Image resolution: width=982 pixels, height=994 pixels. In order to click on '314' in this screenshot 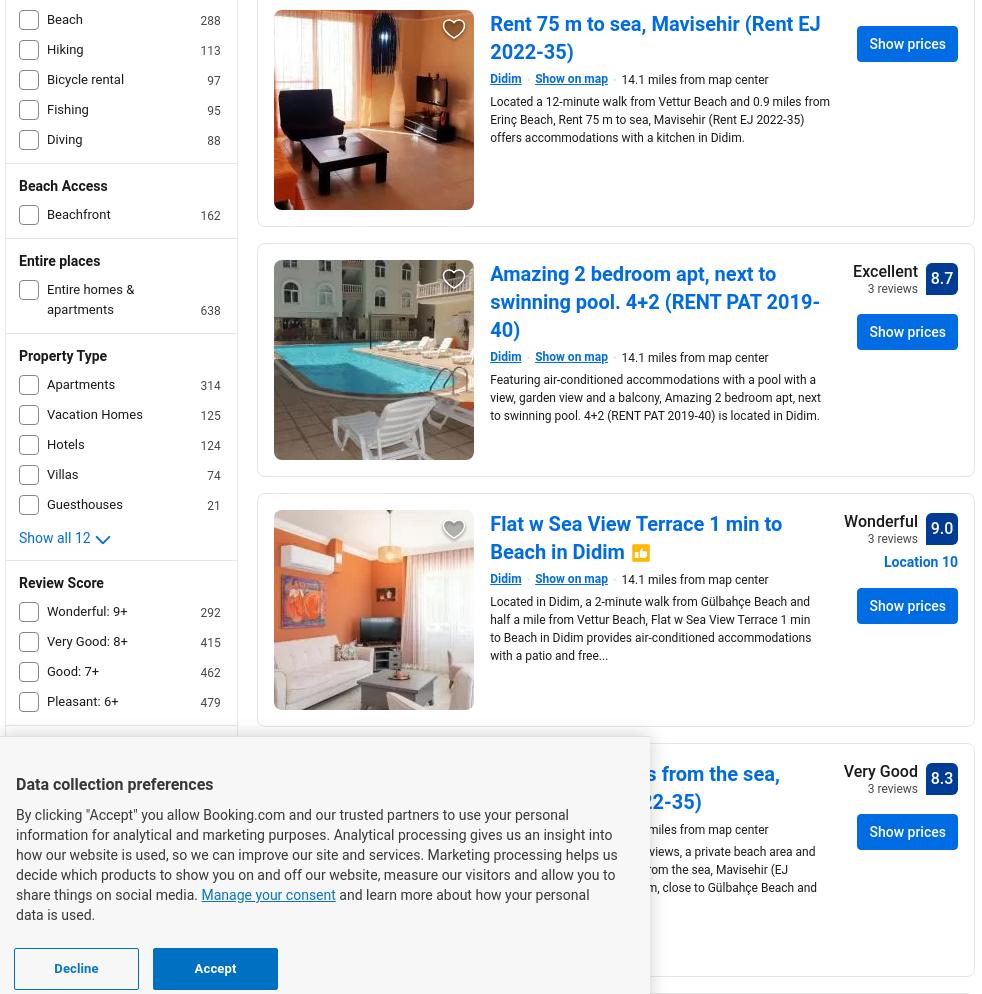, I will do `click(199, 385)`.